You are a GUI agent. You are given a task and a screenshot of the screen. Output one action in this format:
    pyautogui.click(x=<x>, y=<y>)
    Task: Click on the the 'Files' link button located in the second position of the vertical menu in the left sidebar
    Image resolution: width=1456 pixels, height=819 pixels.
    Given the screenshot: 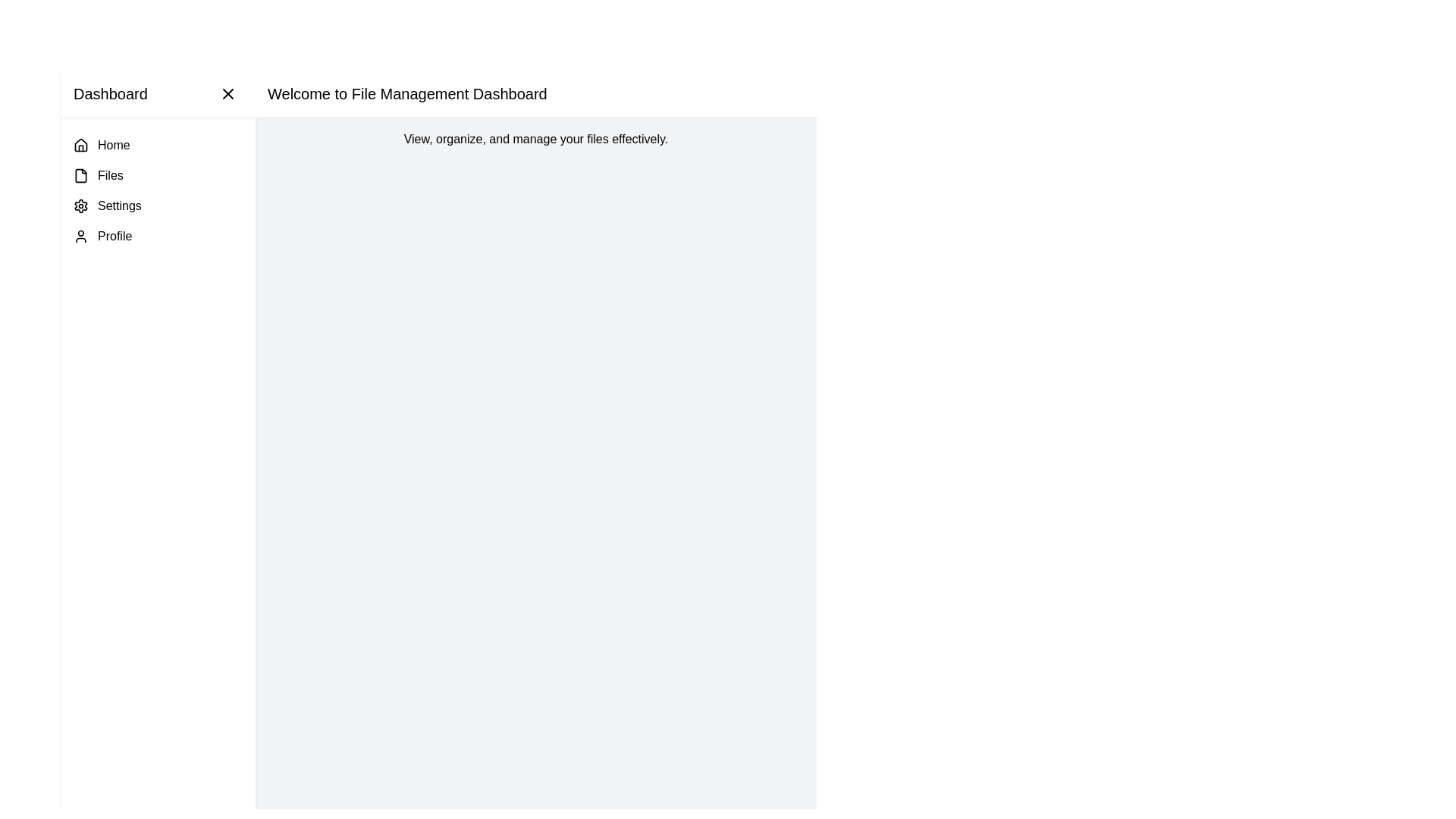 What is the action you would take?
    pyautogui.click(x=158, y=174)
    